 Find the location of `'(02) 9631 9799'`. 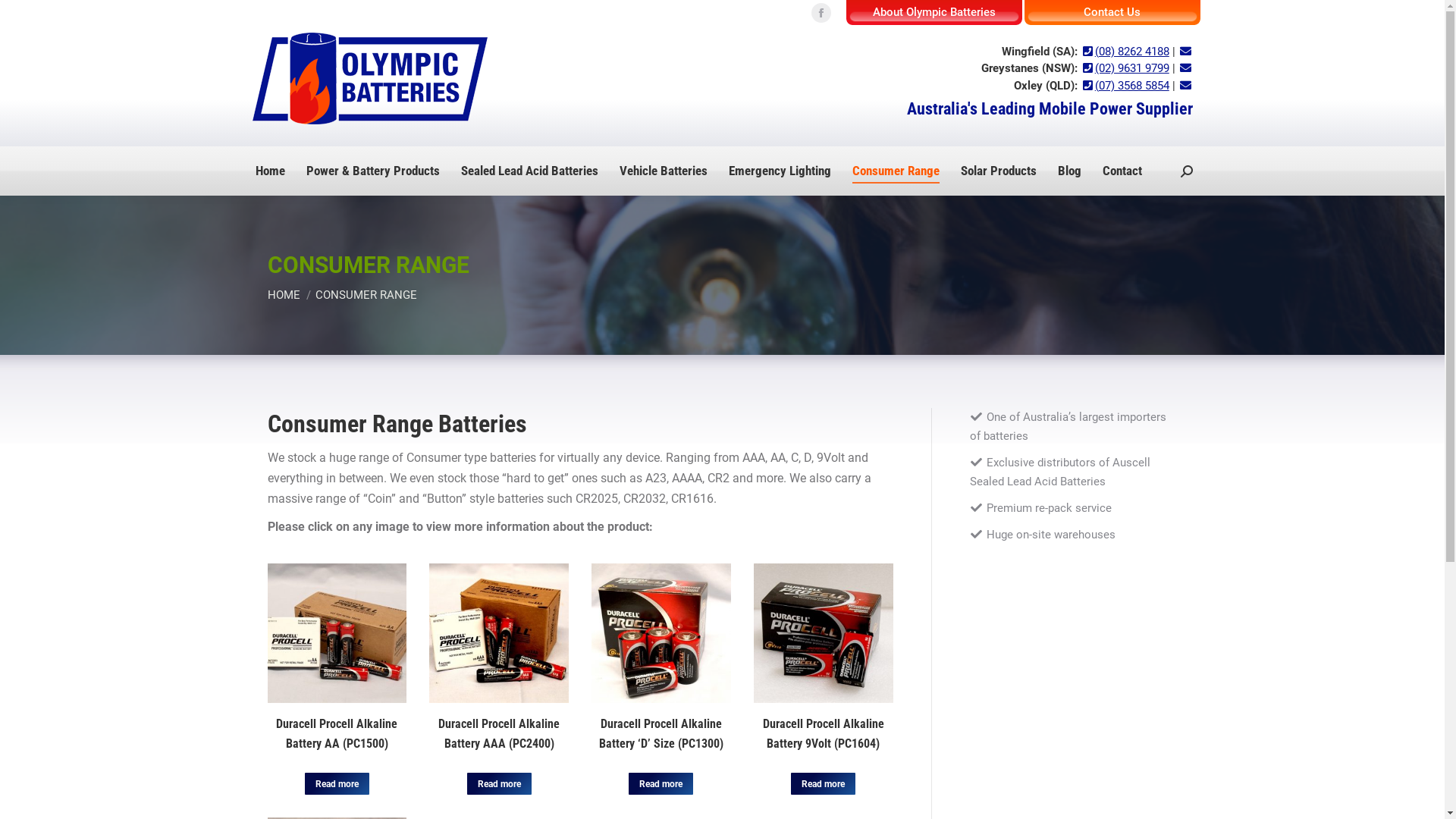

'(02) 9631 9799' is located at coordinates (1080, 67).